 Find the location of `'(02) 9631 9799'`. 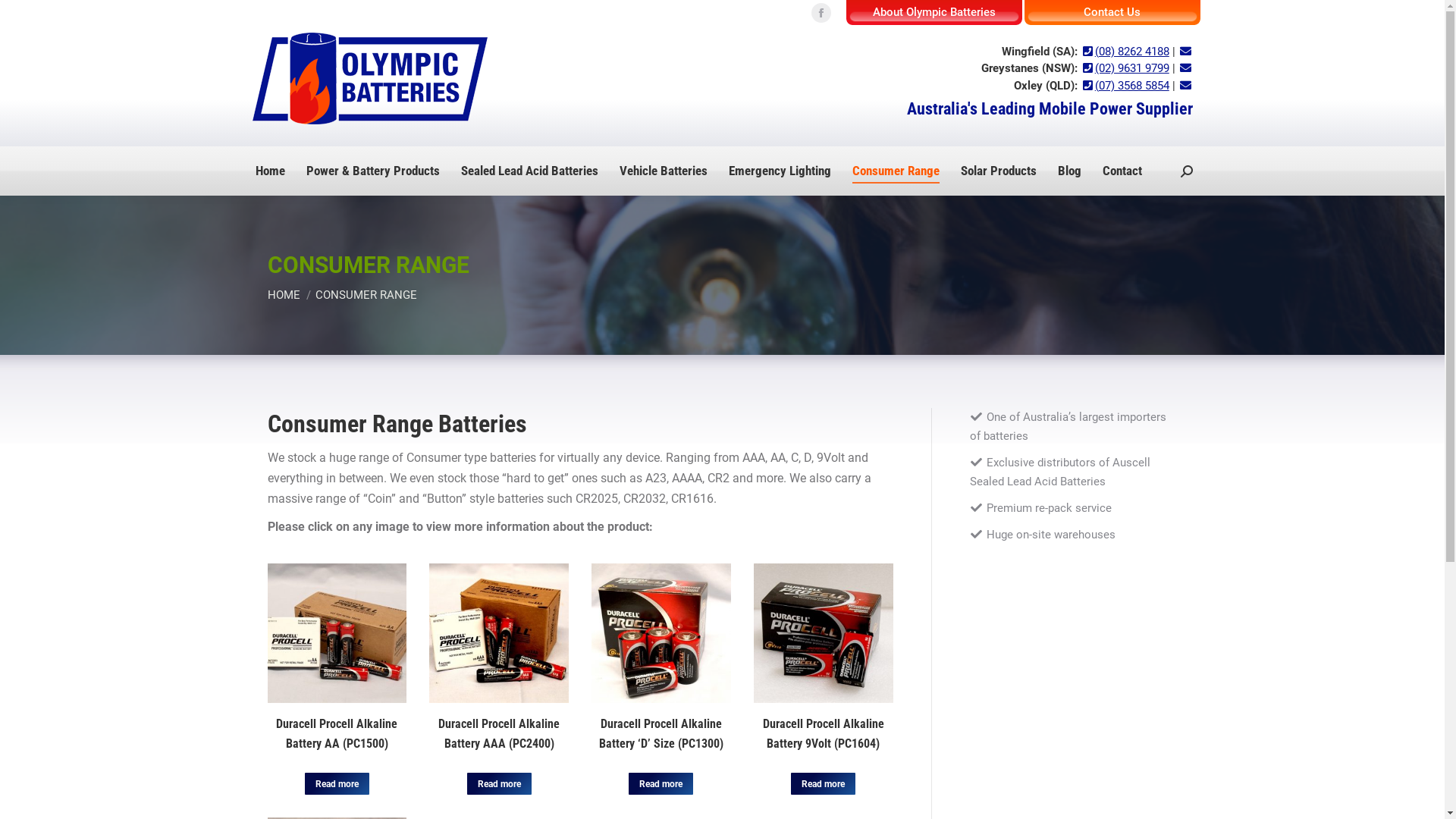

'(02) 9631 9799' is located at coordinates (1080, 67).